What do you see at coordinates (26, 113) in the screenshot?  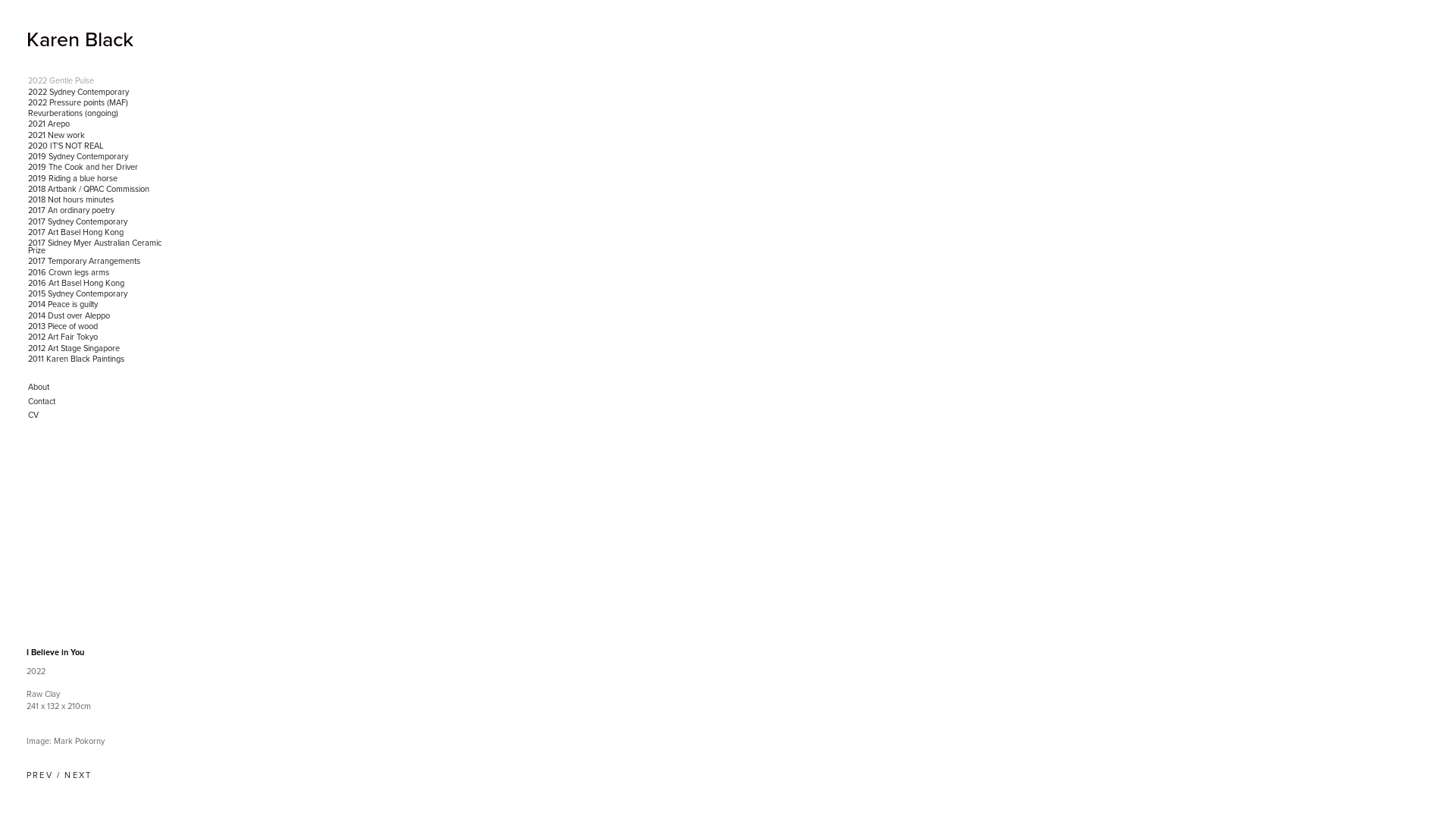 I see `'Revurberations (ongoing)'` at bounding box center [26, 113].